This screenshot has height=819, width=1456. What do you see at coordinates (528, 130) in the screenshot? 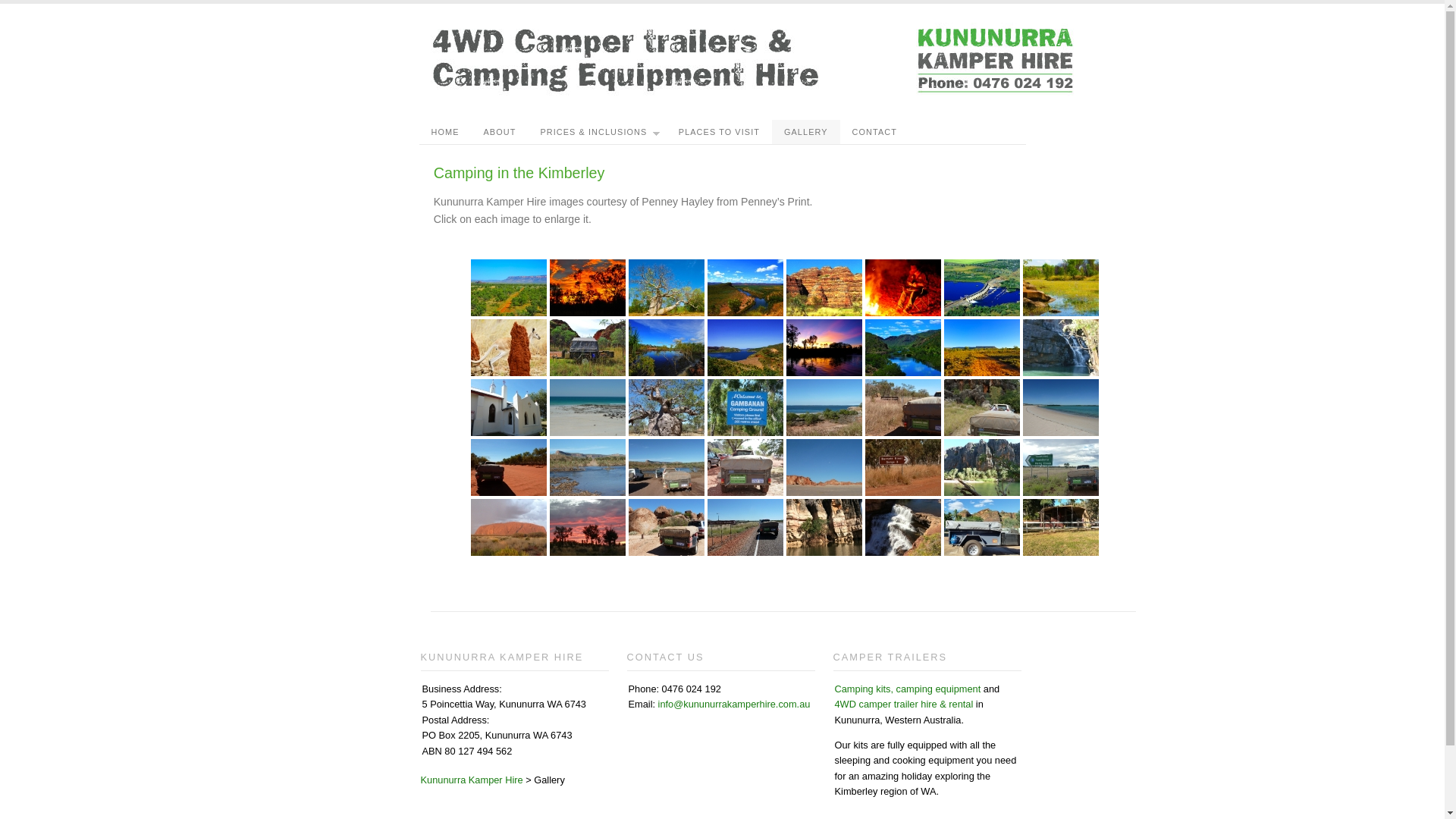
I see `'PRICES & INCLUSIONS'` at bounding box center [528, 130].